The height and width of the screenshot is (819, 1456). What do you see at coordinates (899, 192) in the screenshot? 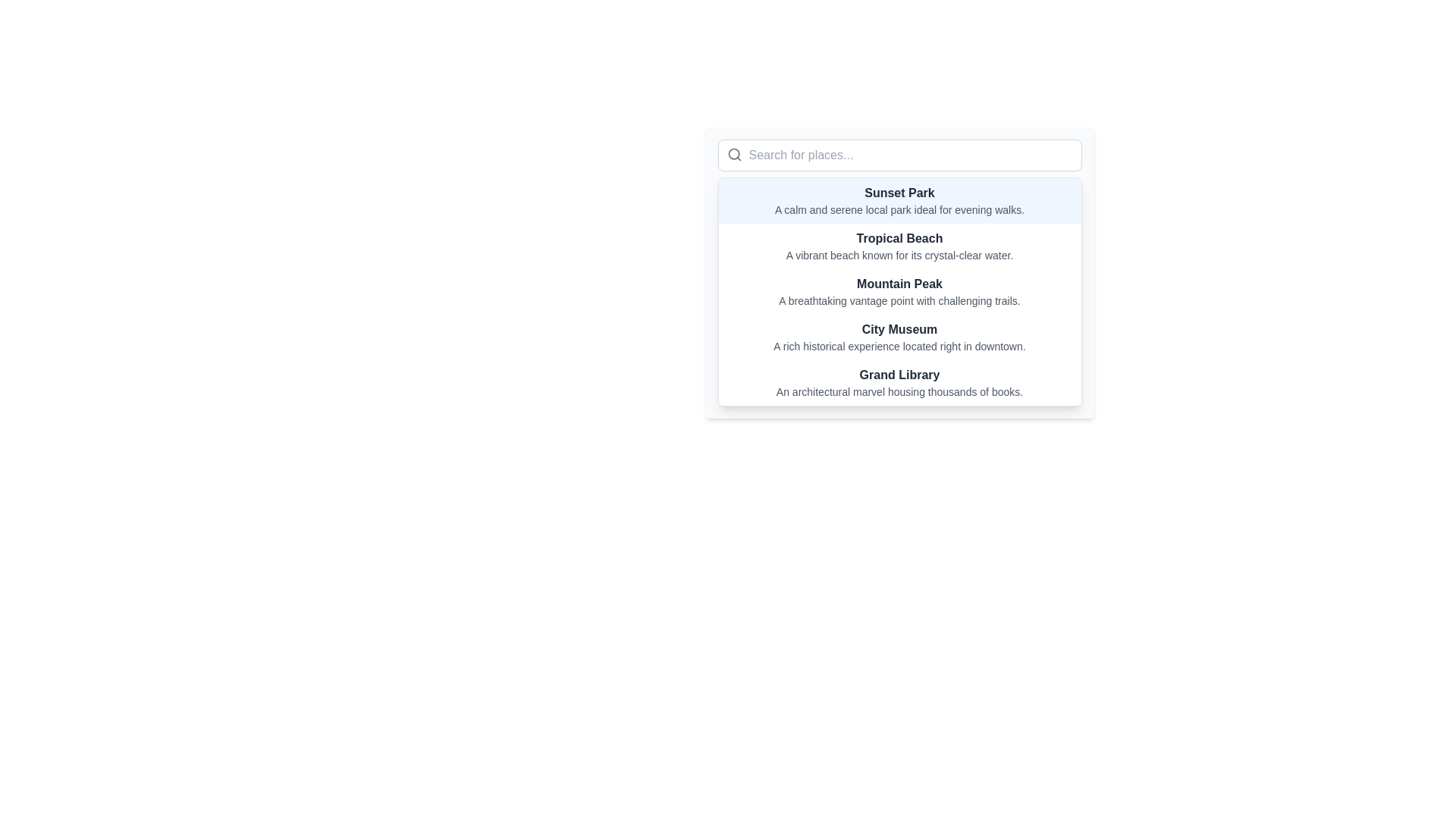
I see `the Text label that serves as the title or name representation of a place within a list` at bounding box center [899, 192].